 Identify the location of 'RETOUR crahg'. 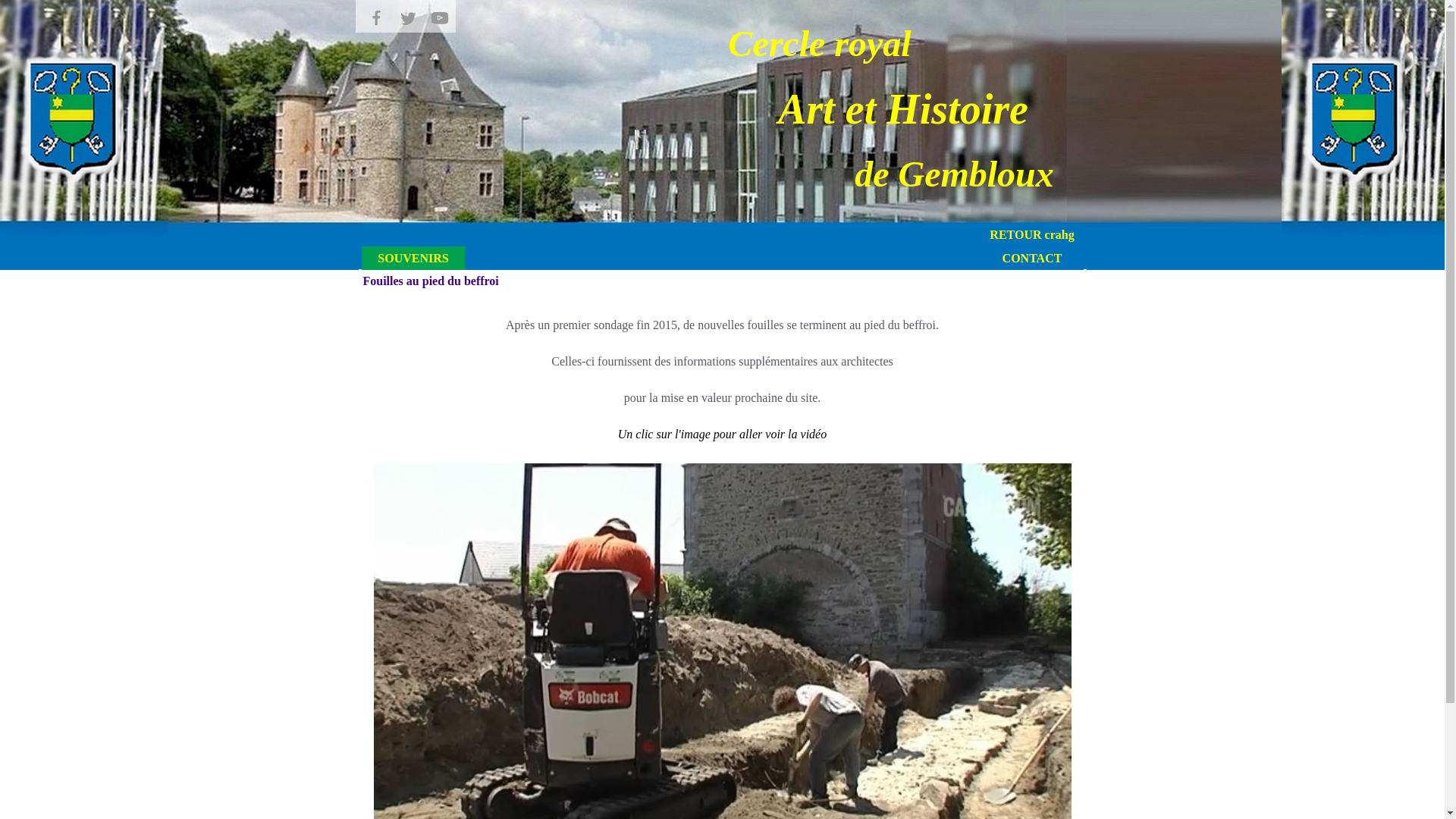
(1031, 234).